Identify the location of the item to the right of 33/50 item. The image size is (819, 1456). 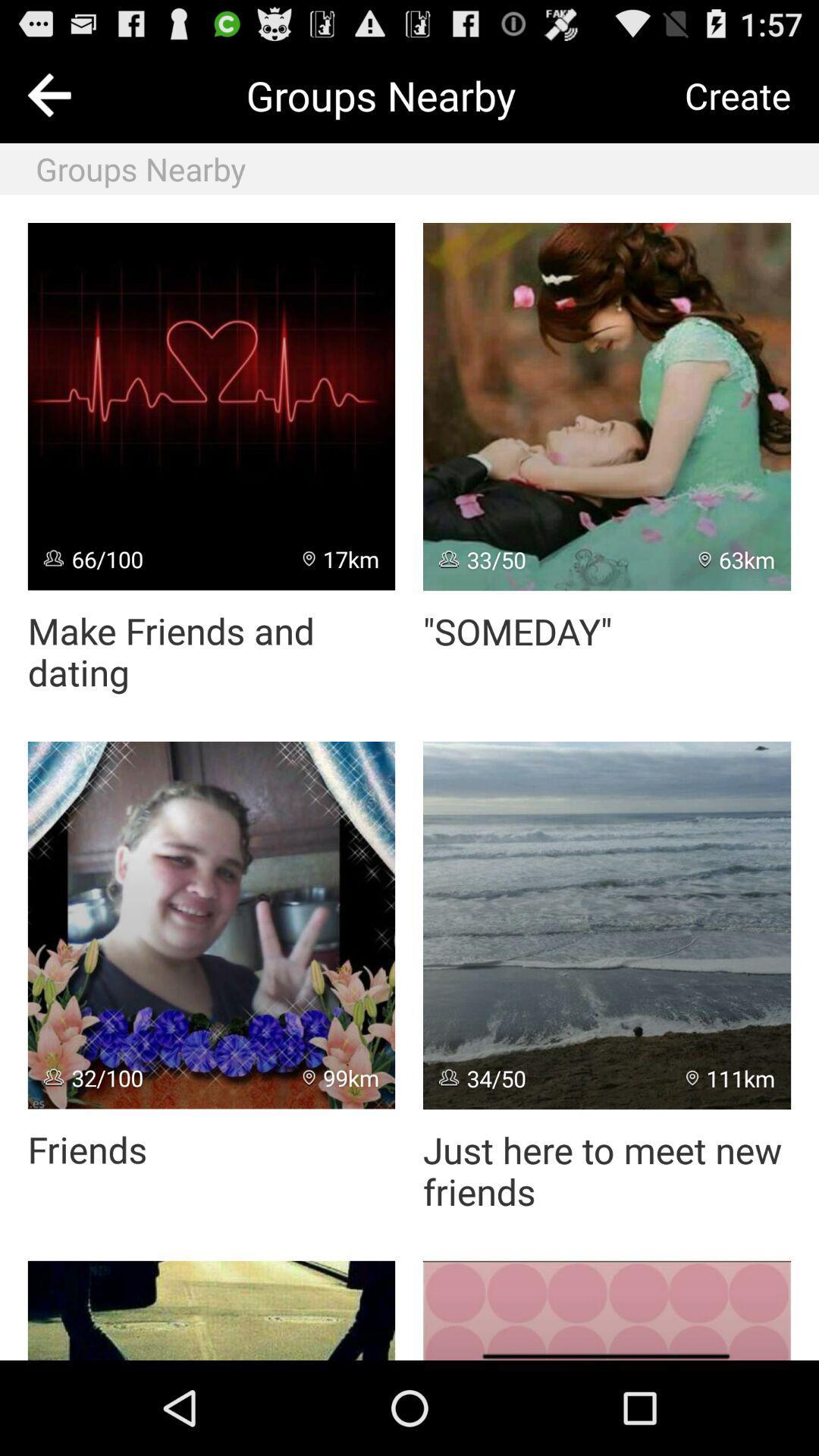
(736, 559).